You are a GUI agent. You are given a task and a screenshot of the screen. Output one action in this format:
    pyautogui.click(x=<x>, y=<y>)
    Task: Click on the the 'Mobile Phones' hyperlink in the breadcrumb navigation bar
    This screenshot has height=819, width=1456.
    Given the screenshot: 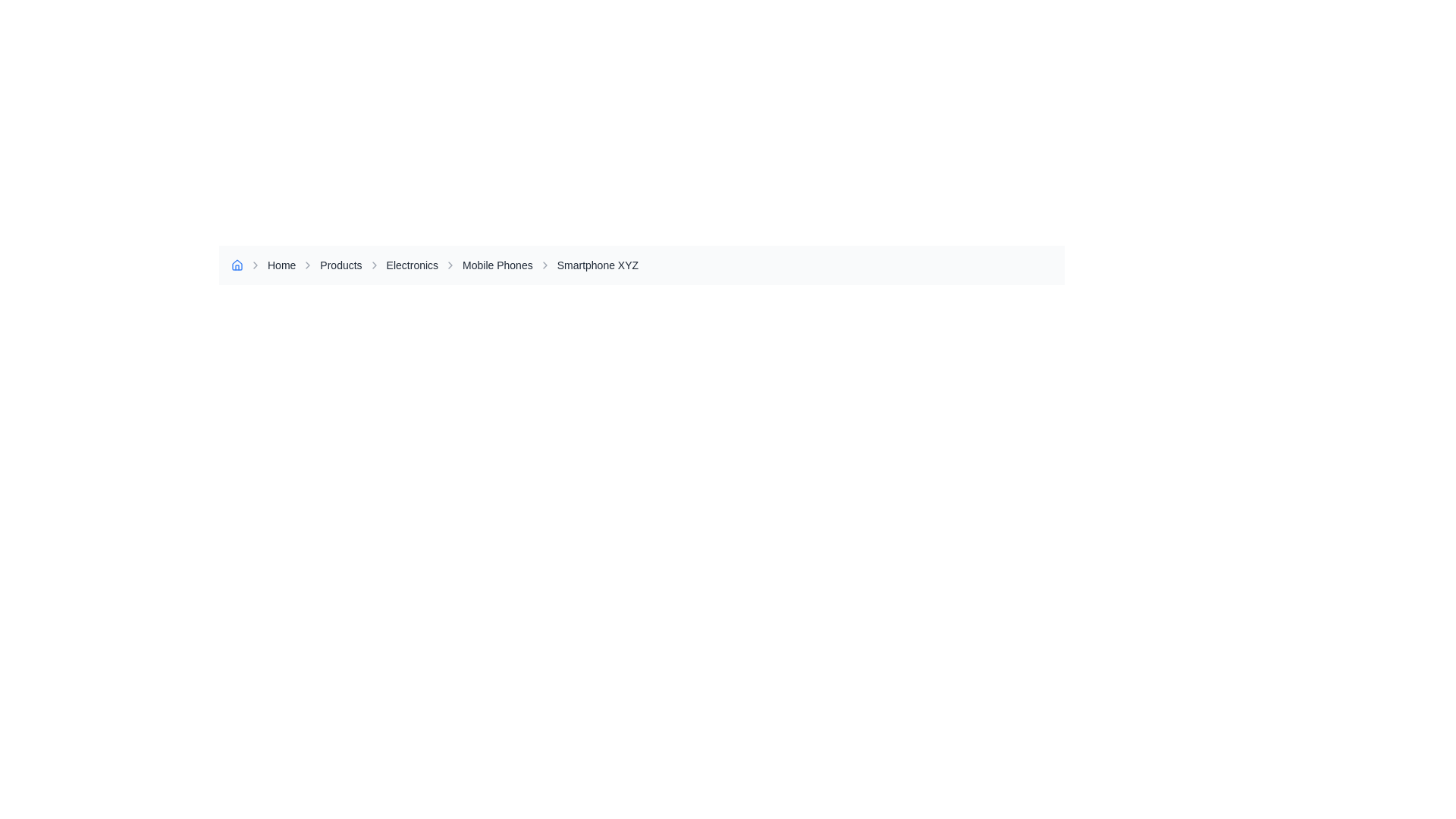 What is the action you would take?
    pyautogui.click(x=497, y=265)
    